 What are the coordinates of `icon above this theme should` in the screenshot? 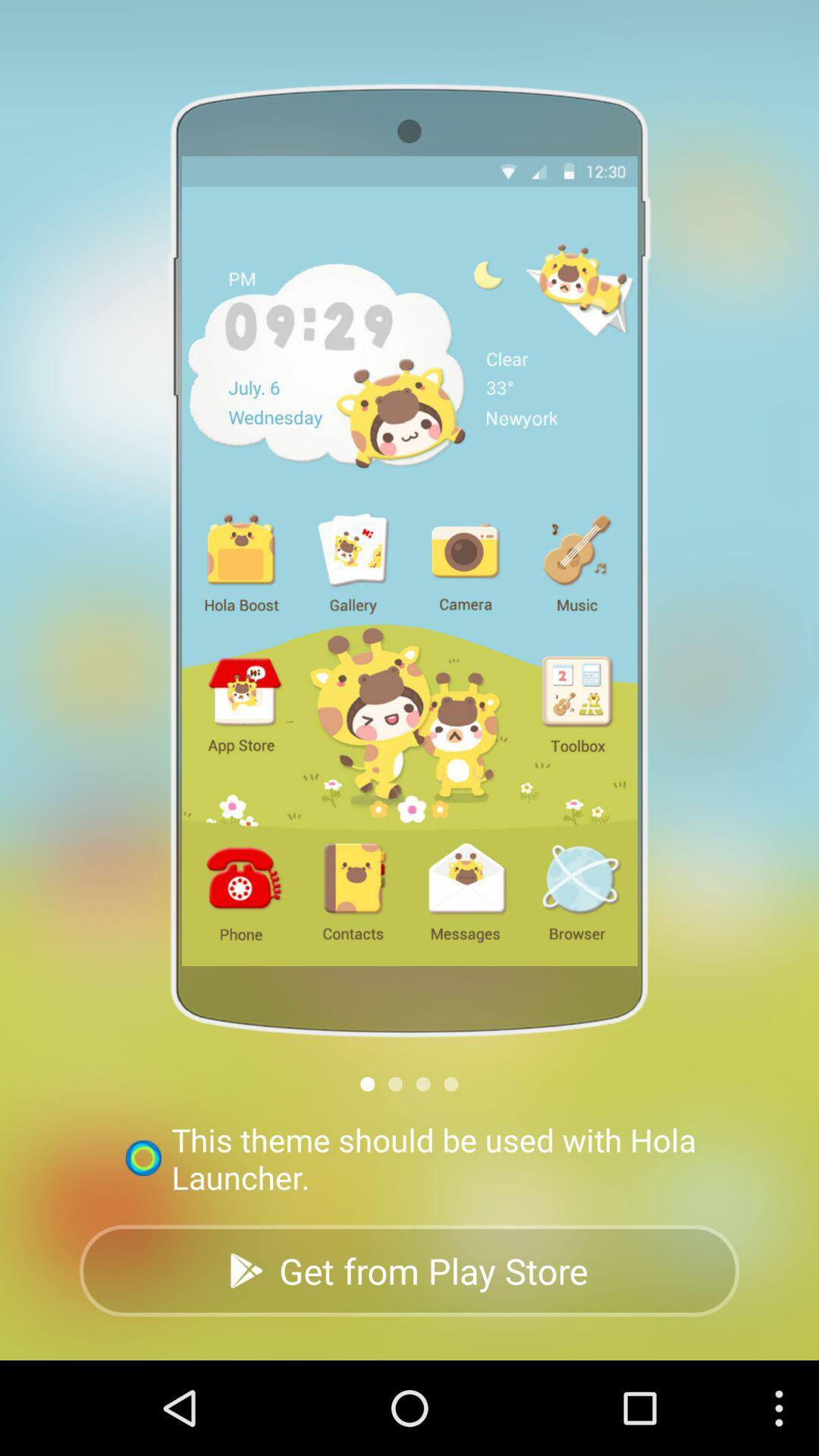 It's located at (450, 1083).